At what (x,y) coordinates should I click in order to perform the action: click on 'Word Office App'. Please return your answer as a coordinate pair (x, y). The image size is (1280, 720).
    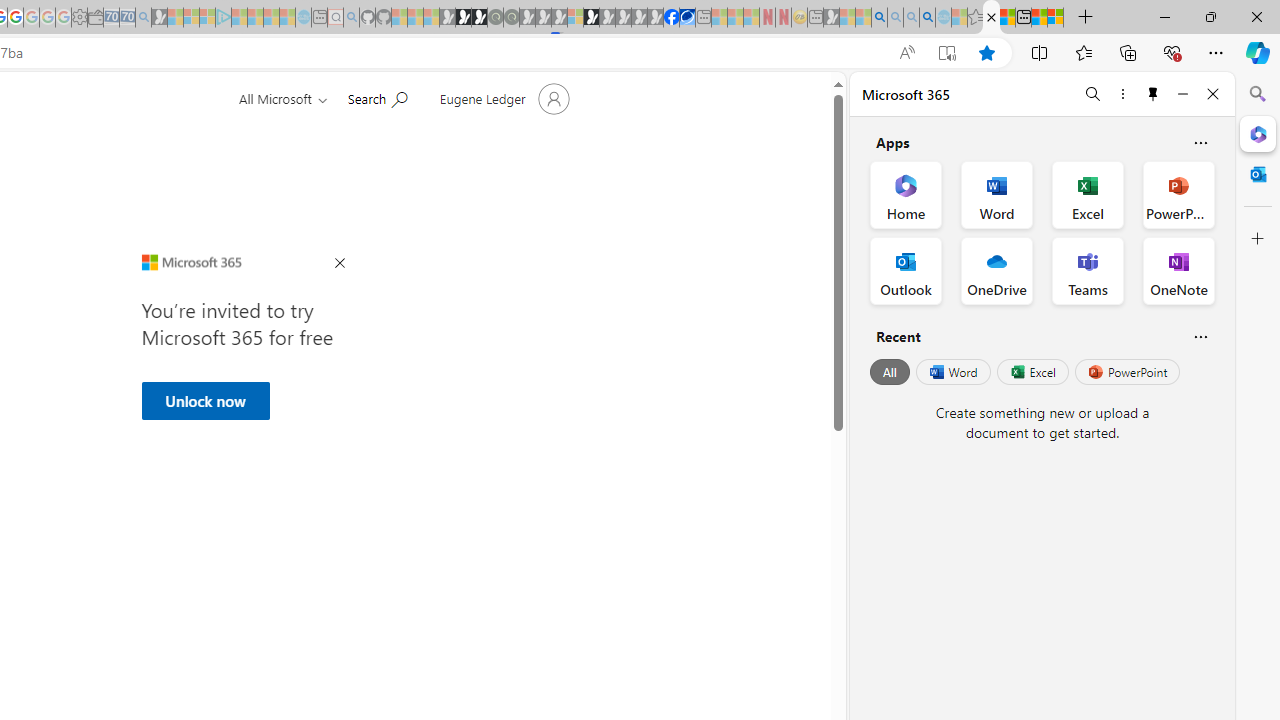
    Looking at the image, I should click on (997, 195).